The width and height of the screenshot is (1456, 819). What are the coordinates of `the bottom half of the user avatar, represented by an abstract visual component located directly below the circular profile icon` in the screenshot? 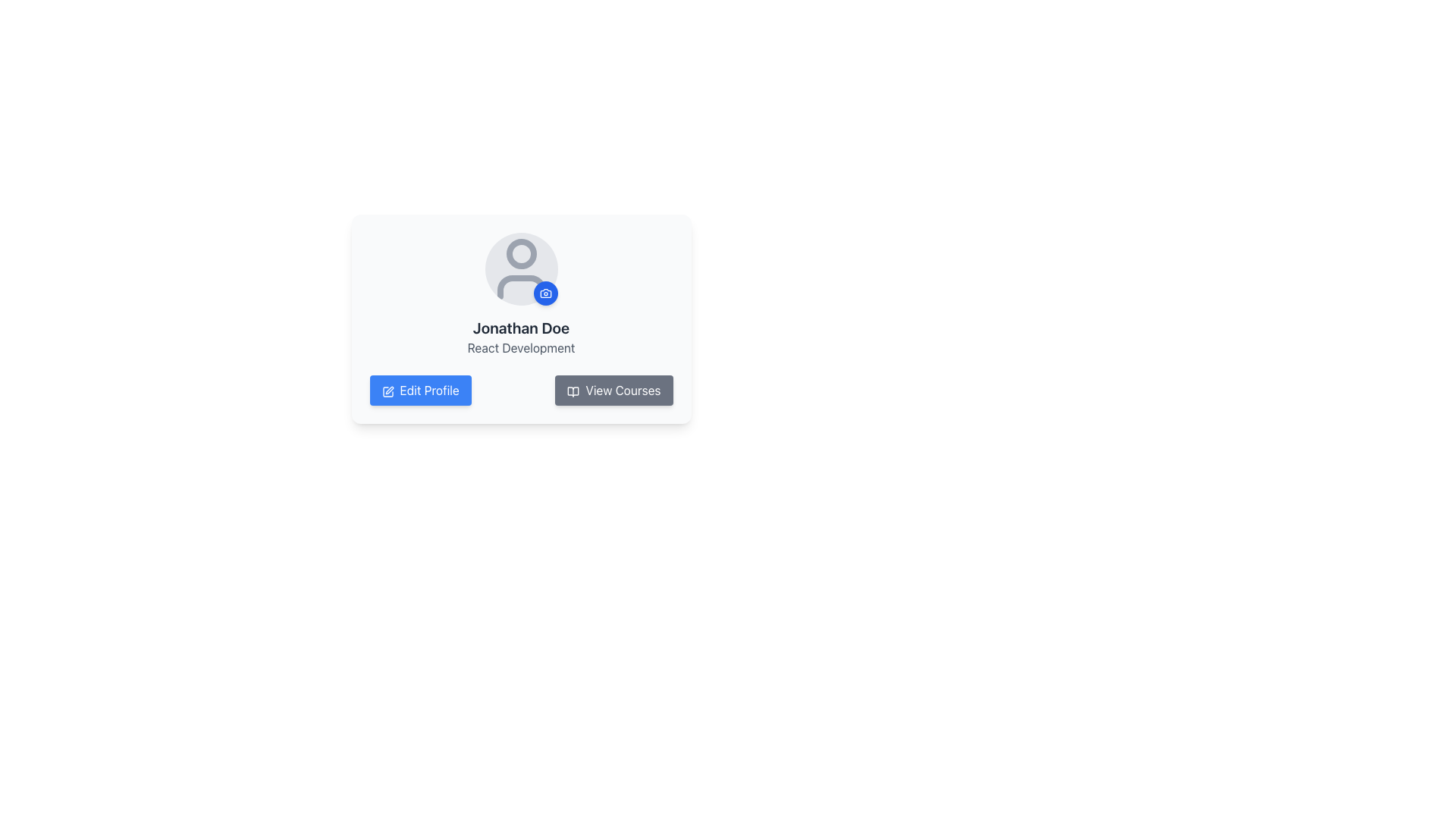 It's located at (521, 287).